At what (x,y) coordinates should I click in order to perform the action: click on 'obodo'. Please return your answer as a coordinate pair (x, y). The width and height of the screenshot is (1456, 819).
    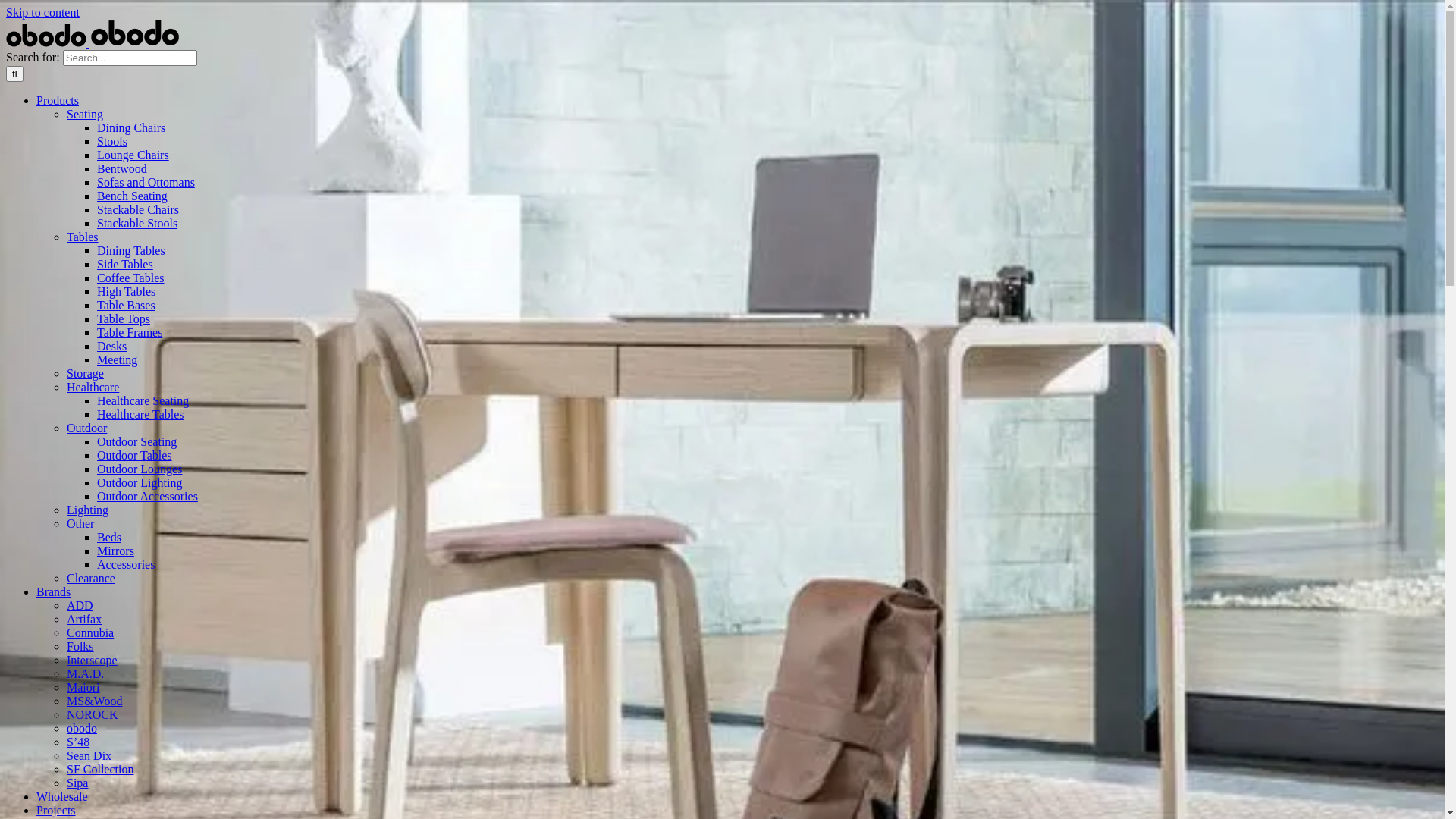
    Looking at the image, I should click on (80, 727).